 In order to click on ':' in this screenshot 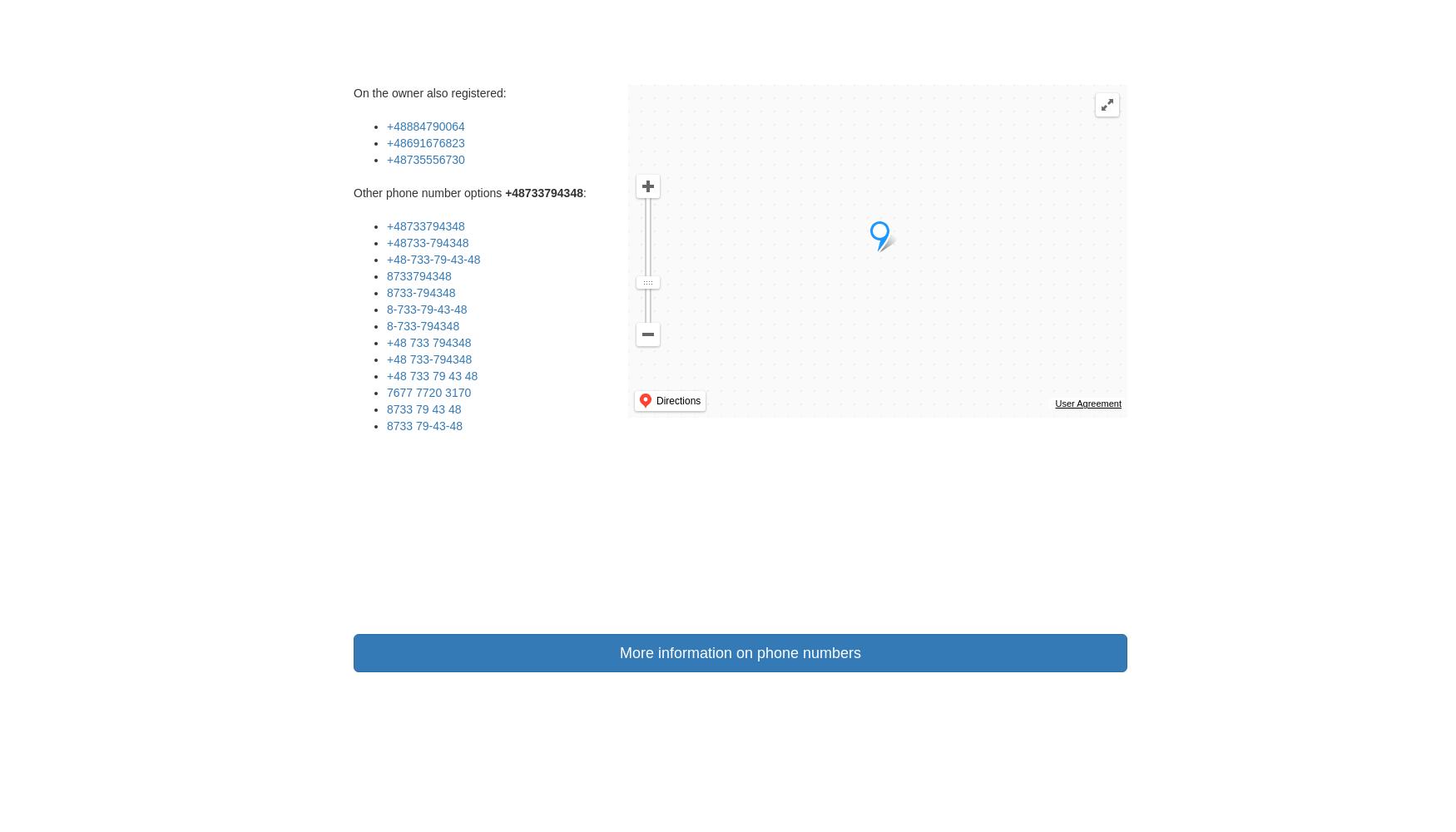, I will do `click(583, 192)`.